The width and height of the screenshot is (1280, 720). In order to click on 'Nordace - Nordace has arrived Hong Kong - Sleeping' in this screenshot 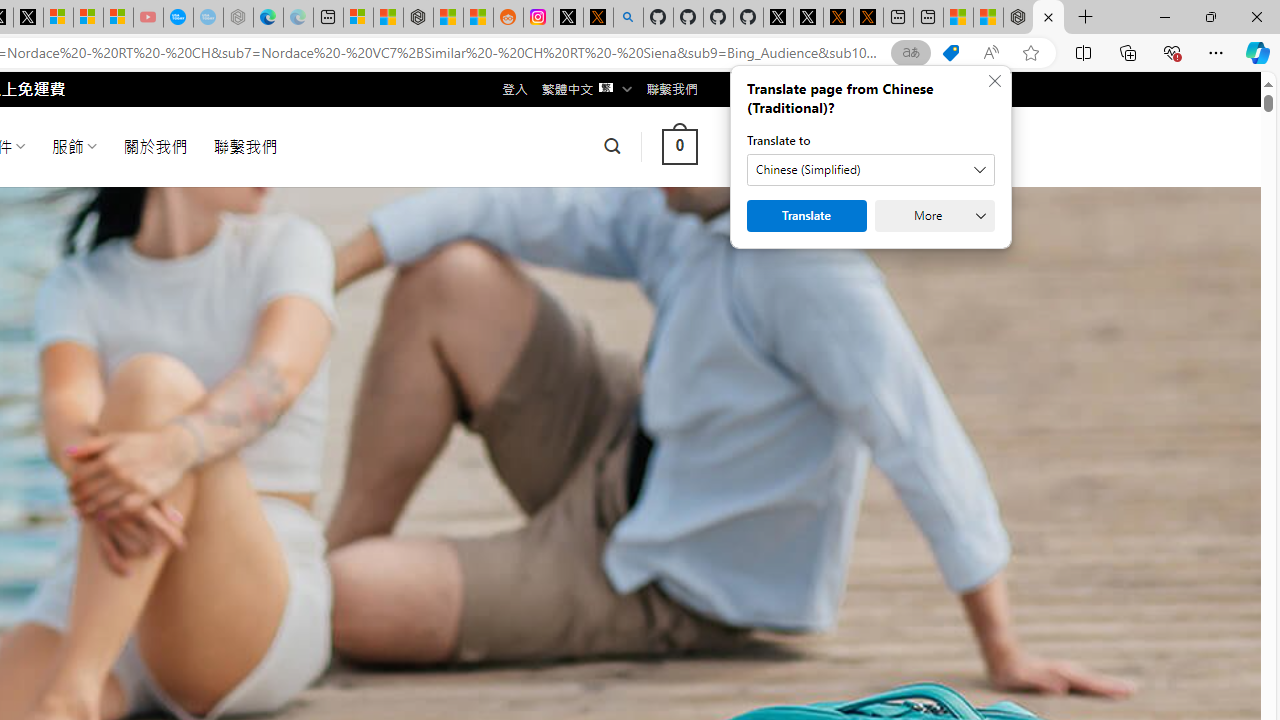, I will do `click(238, 17)`.